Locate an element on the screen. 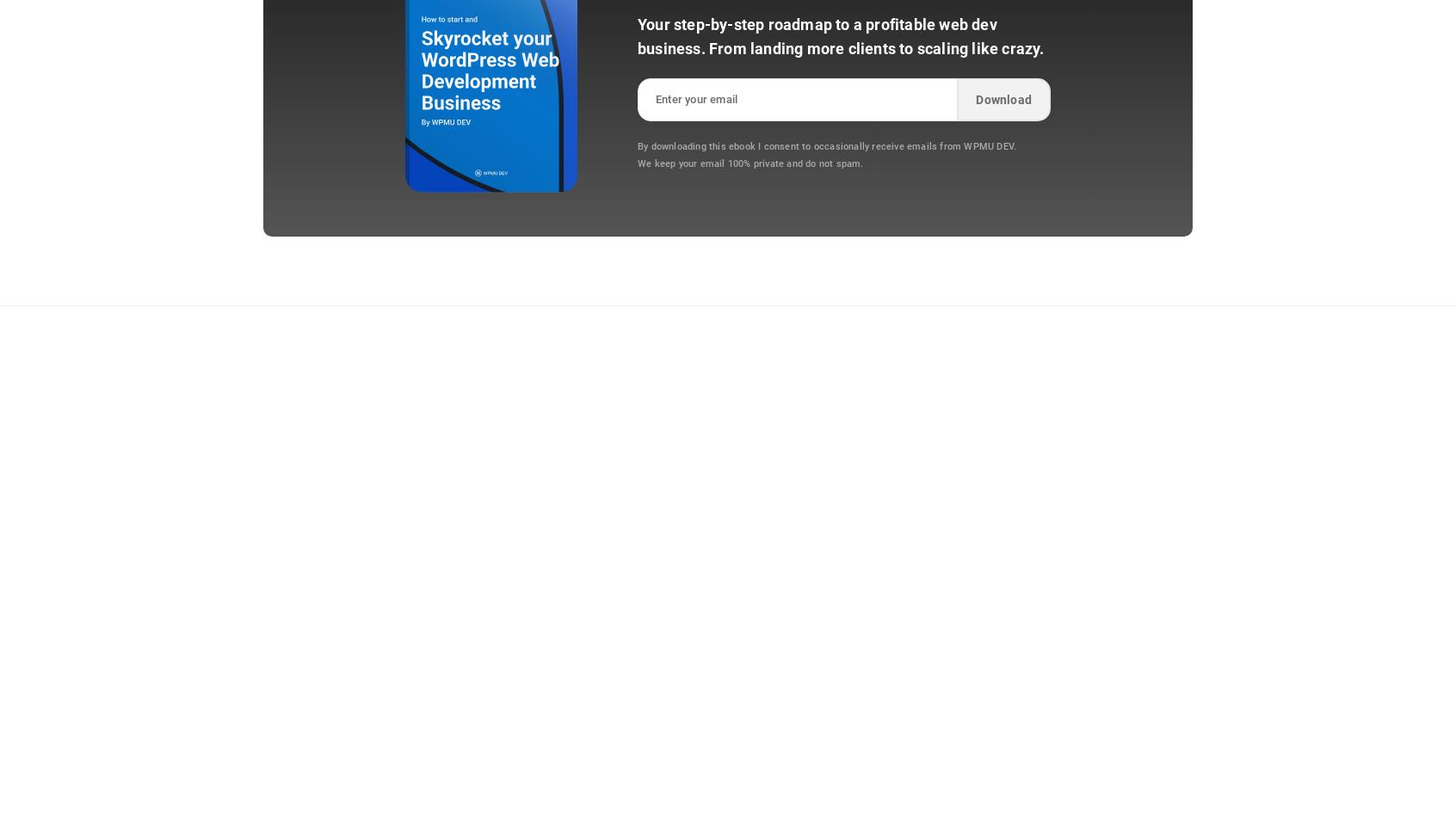 The image size is (1456, 838). 'By downloading this ebook I consent to occasionally receive emails from WPMU DEV.' is located at coordinates (827, 145).